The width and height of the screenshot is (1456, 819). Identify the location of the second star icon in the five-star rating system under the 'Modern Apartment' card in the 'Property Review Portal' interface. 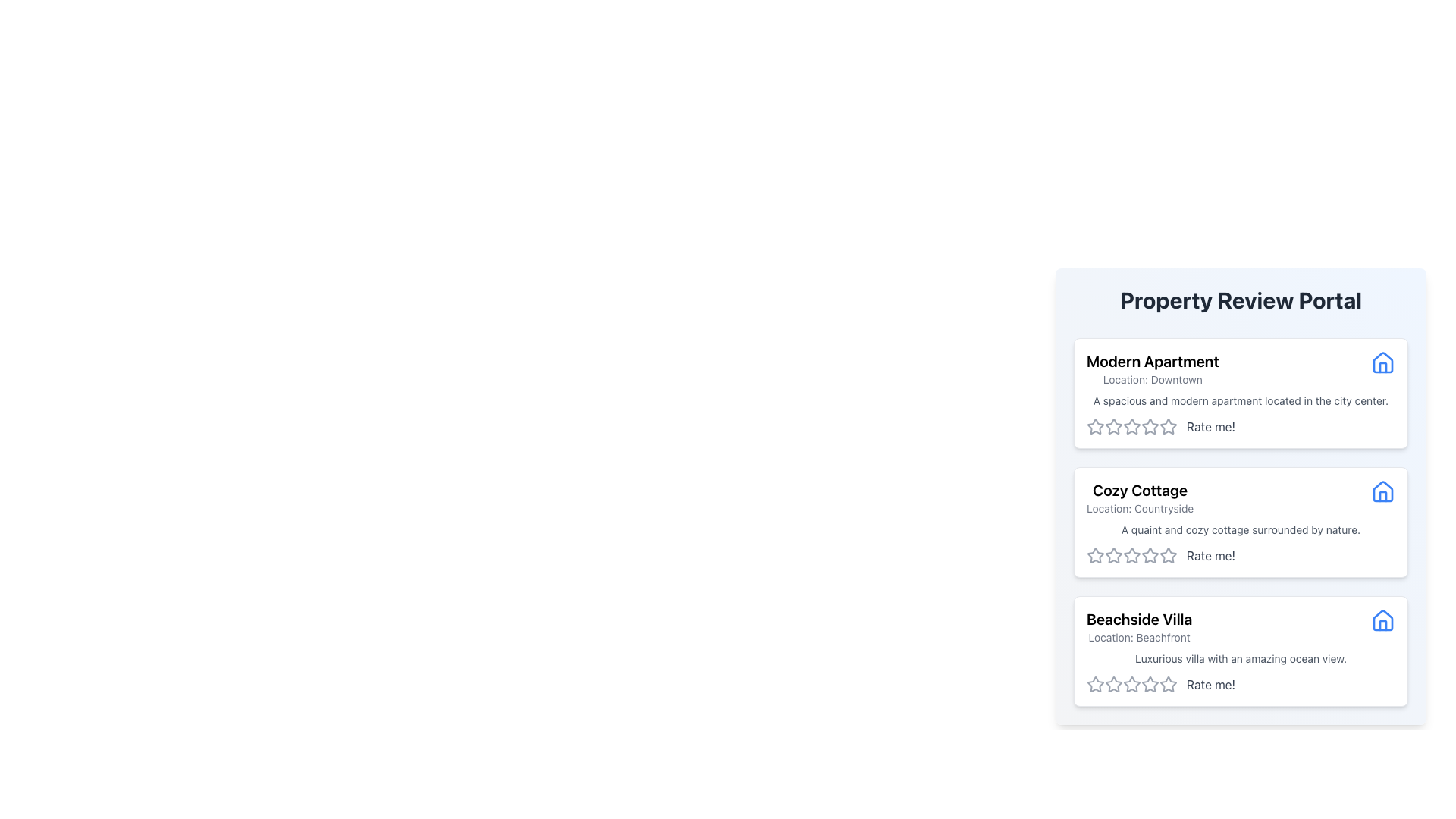
(1113, 427).